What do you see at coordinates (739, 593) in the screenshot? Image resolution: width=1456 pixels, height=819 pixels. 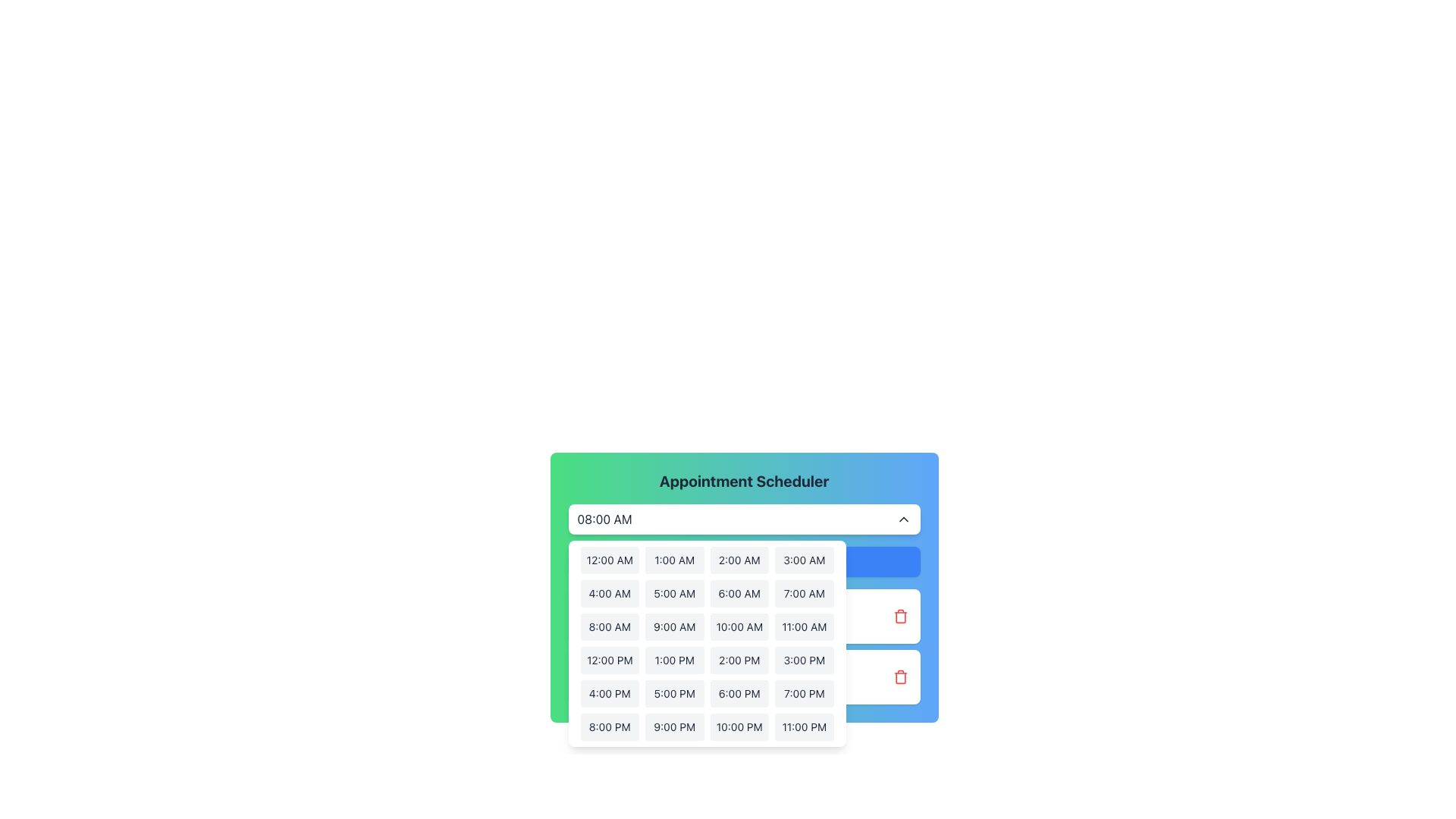 I see `the selectable button for the '6:00 AM' time slot in the Appointment Scheduler dropdown` at bounding box center [739, 593].